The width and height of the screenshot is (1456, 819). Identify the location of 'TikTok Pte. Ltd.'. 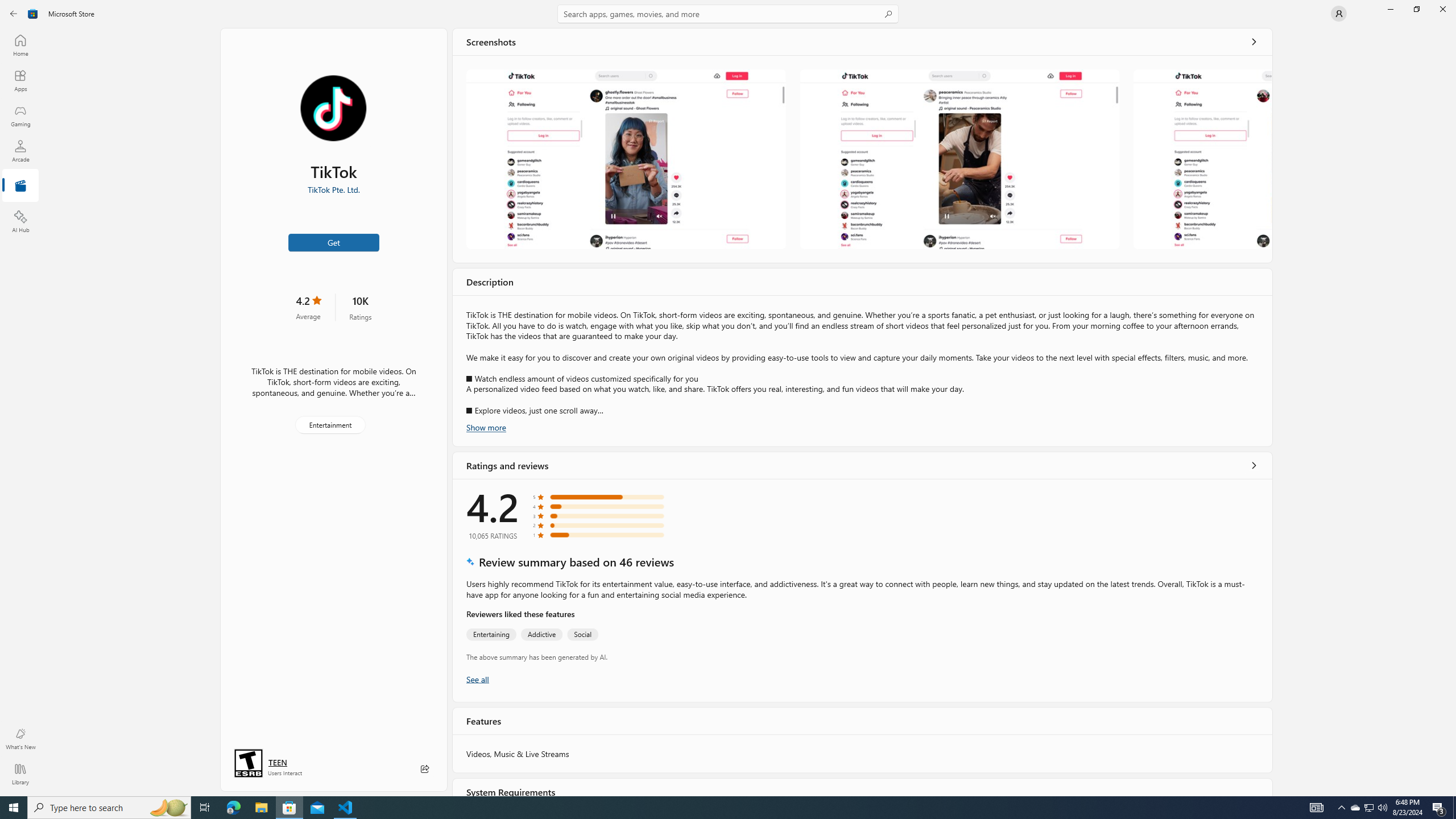
(333, 189).